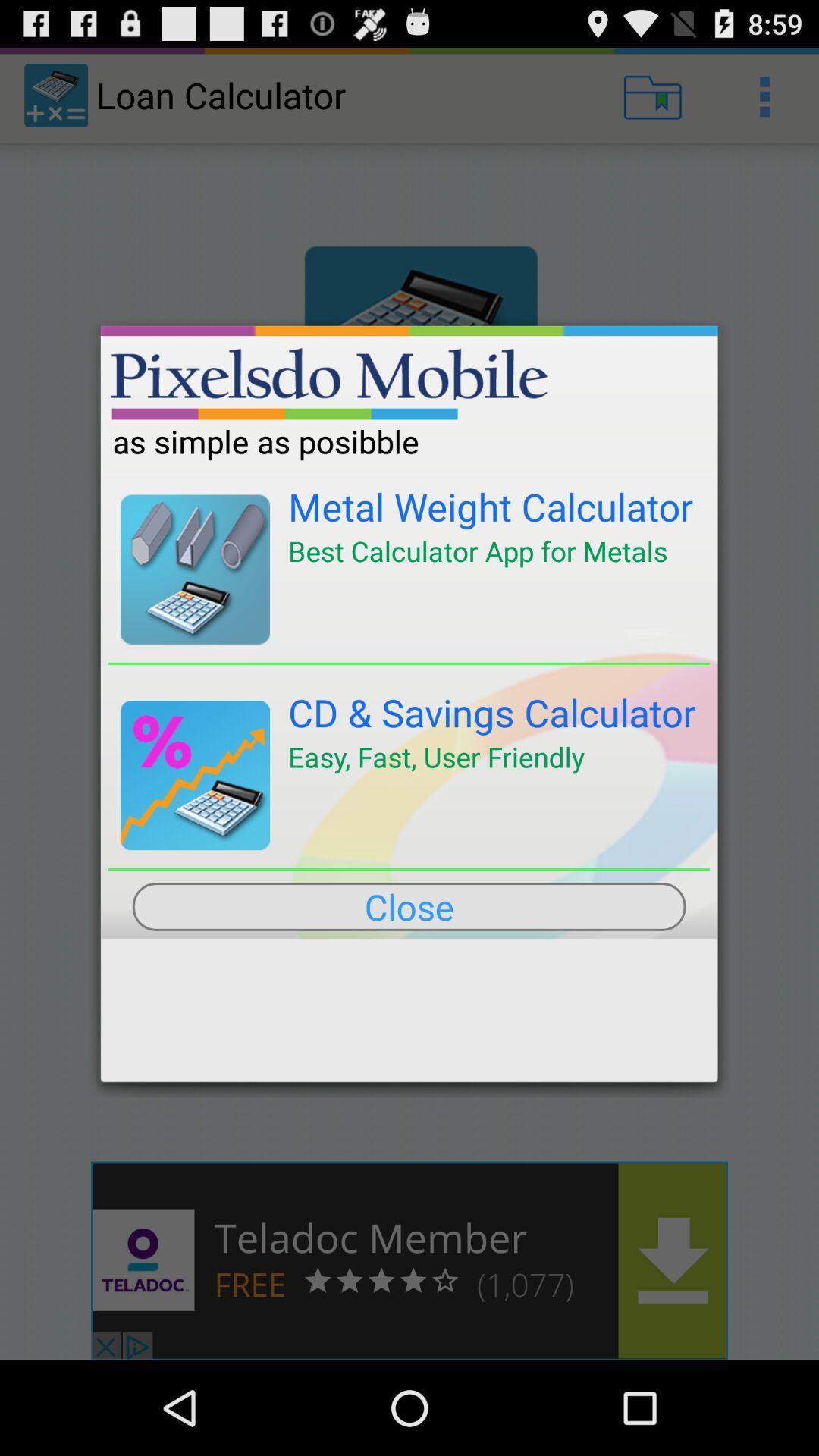 The height and width of the screenshot is (1456, 819). Describe the element at coordinates (492, 711) in the screenshot. I see `cd & savings calculator app` at that location.